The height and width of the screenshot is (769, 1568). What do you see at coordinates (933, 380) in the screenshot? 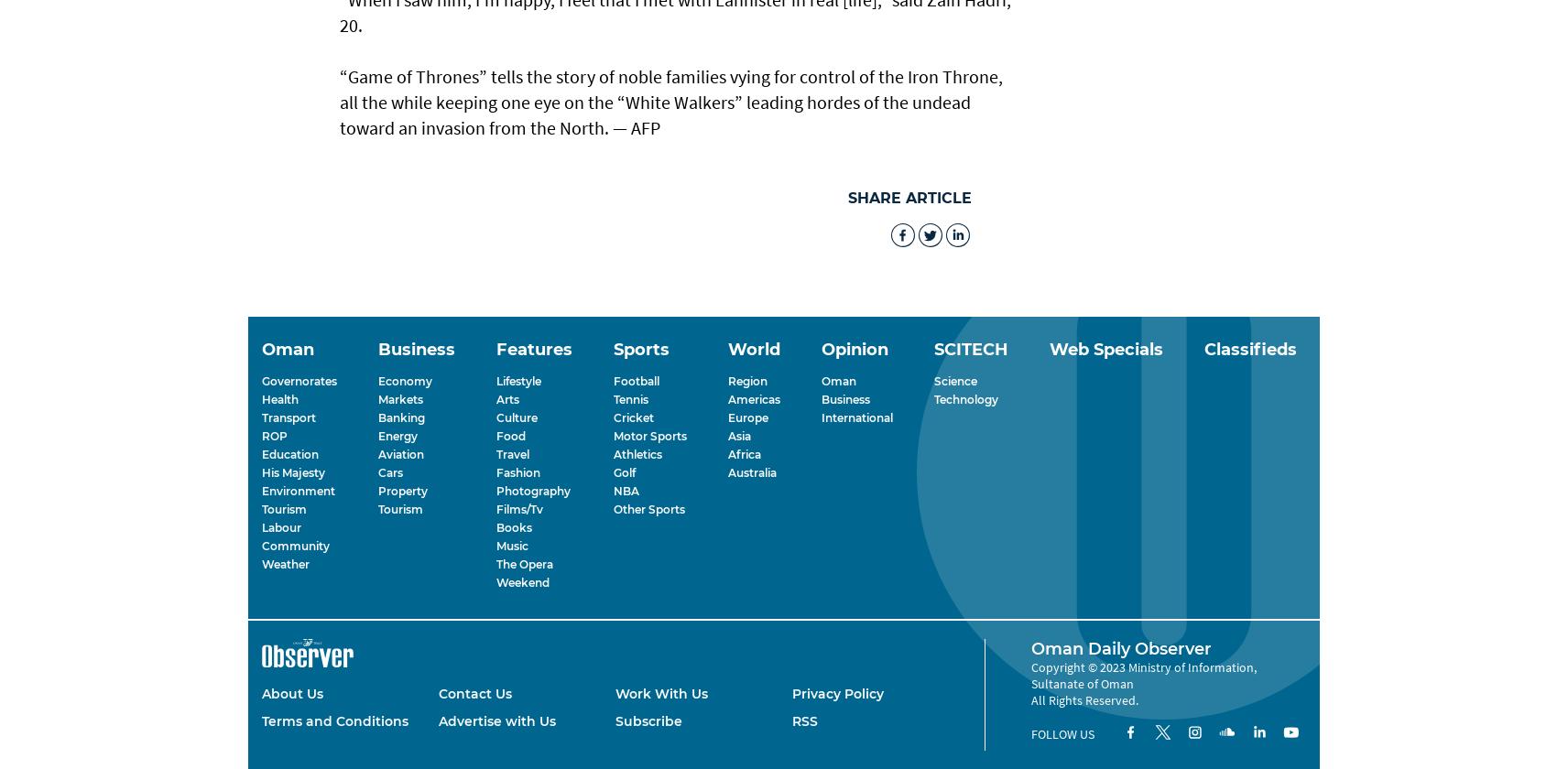
I see `'Science'` at bounding box center [933, 380].